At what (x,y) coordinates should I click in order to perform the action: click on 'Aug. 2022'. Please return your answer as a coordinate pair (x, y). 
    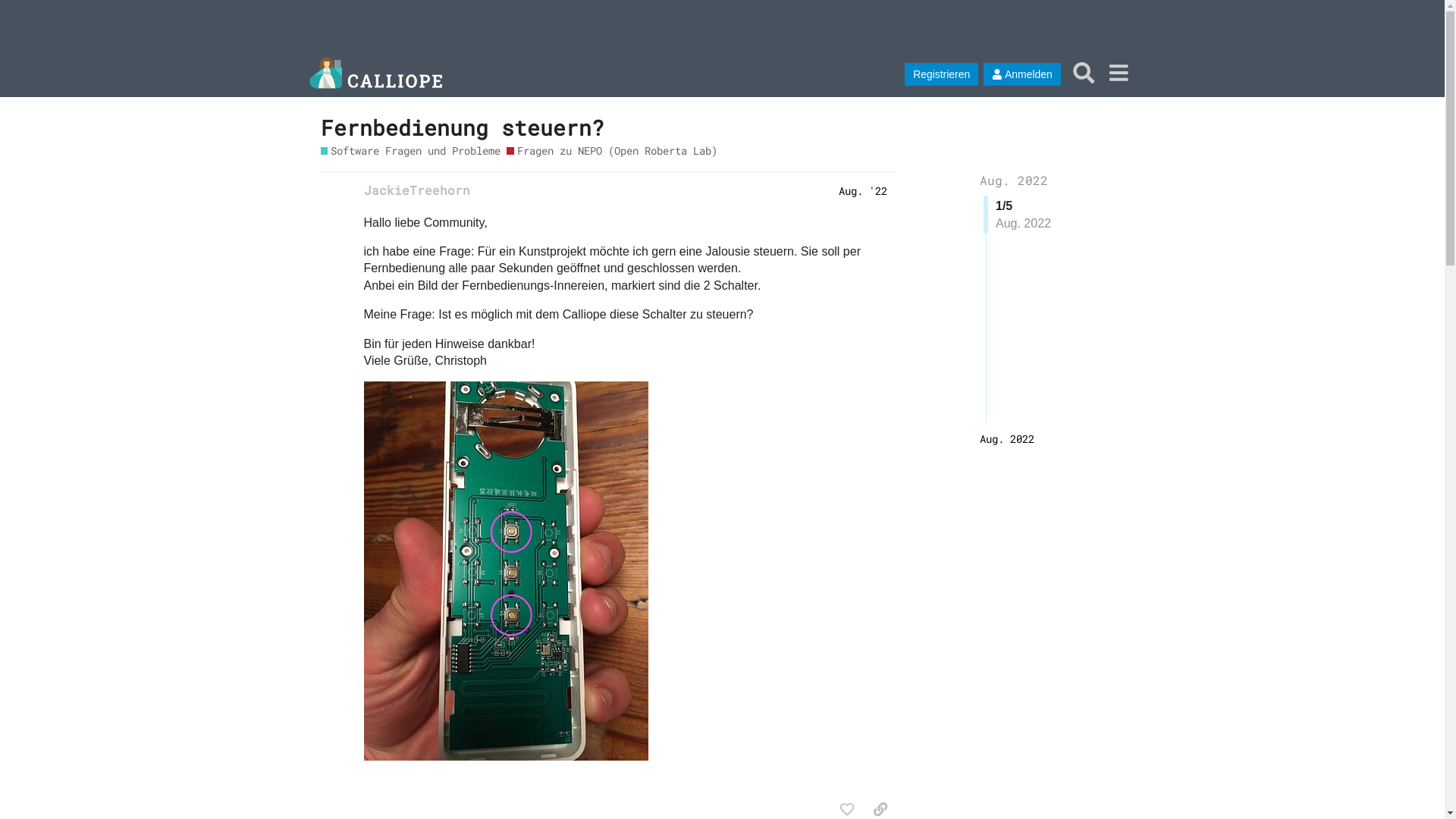
    Looking at the image, I should click on (1007, 438).